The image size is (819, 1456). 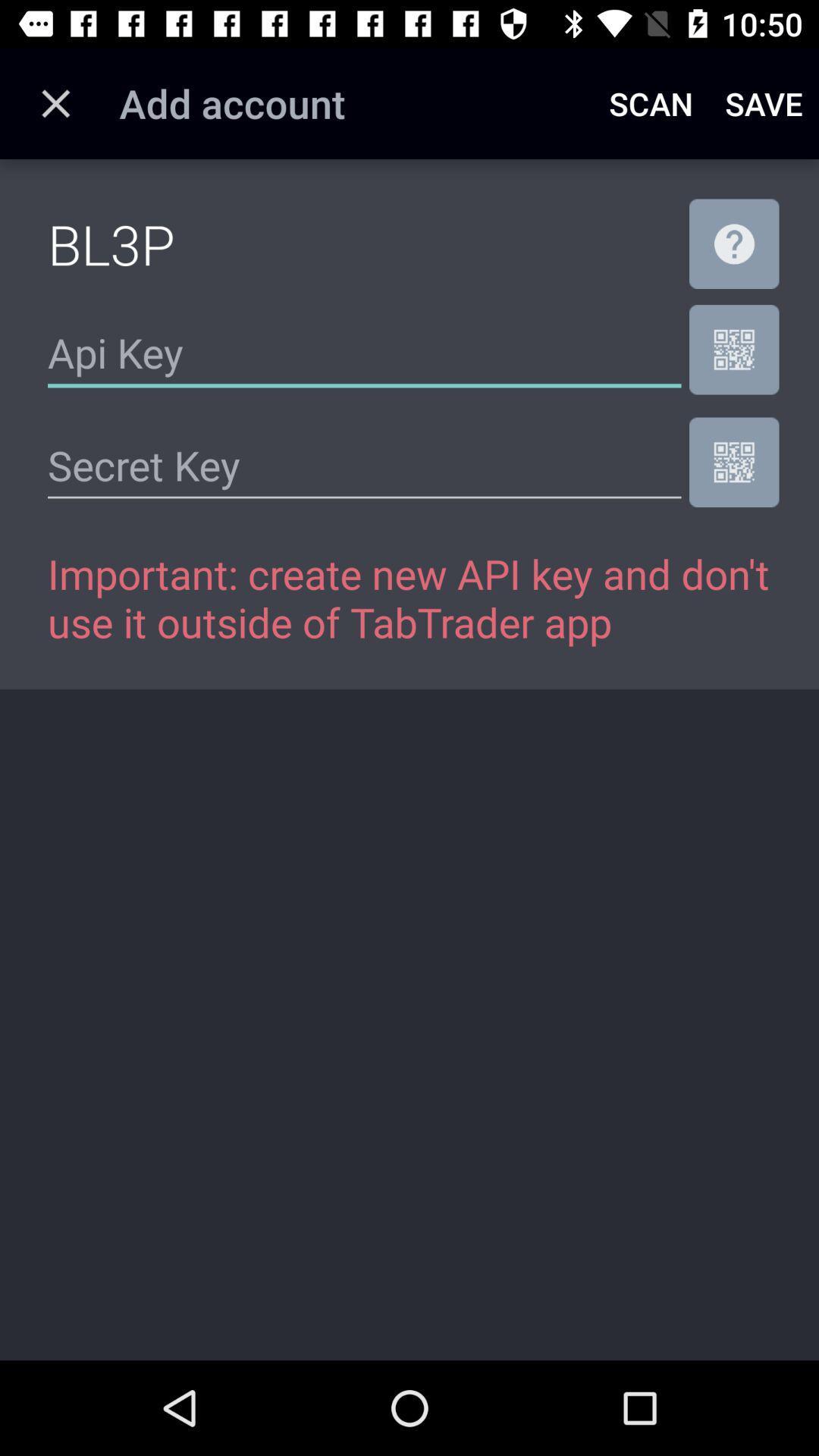 I want to click on the icon to the left of add account app, so click(x=55, y=102).